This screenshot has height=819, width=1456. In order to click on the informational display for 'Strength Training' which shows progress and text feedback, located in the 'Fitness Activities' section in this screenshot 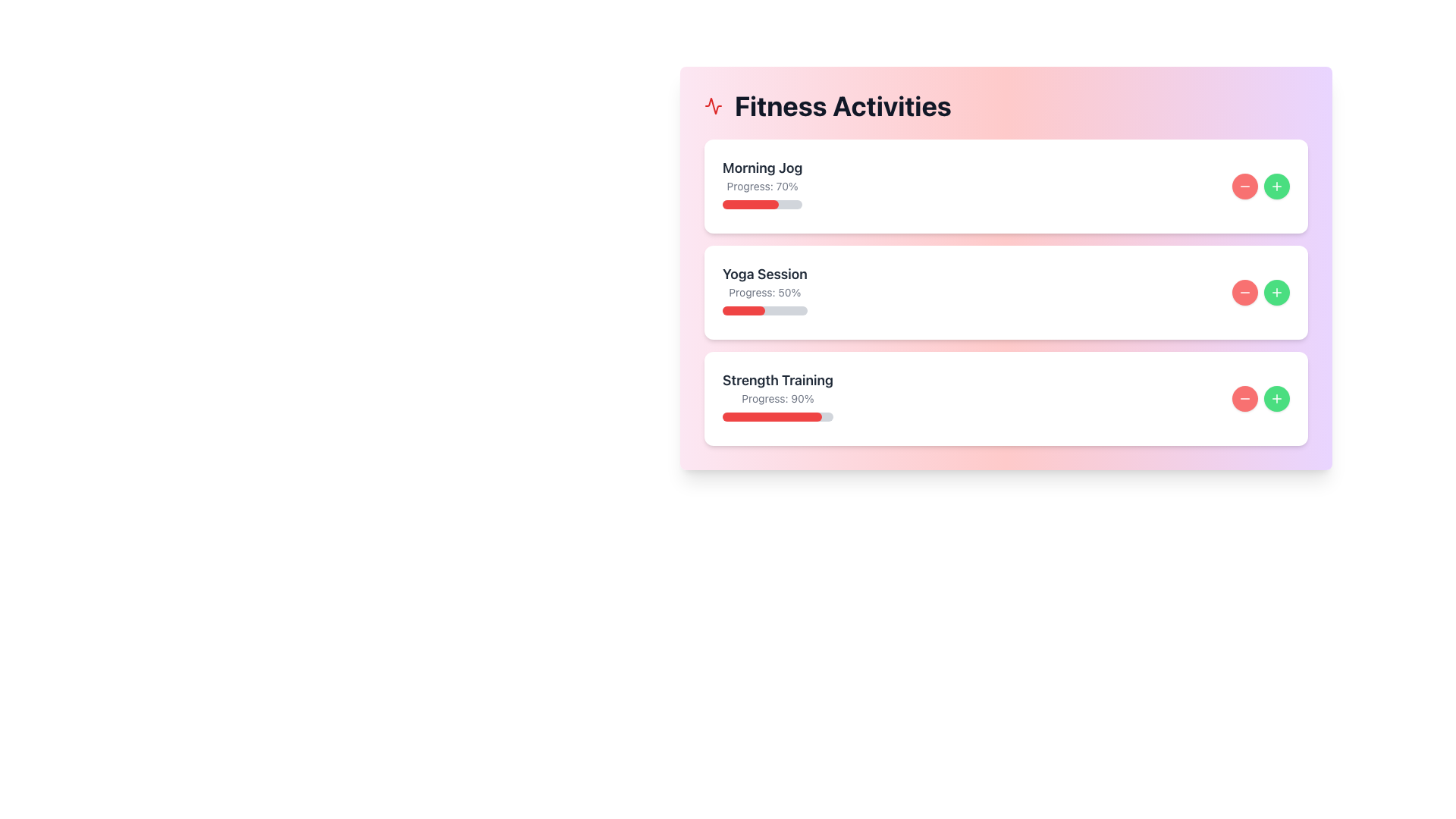, I will do `click(777, 397)`.